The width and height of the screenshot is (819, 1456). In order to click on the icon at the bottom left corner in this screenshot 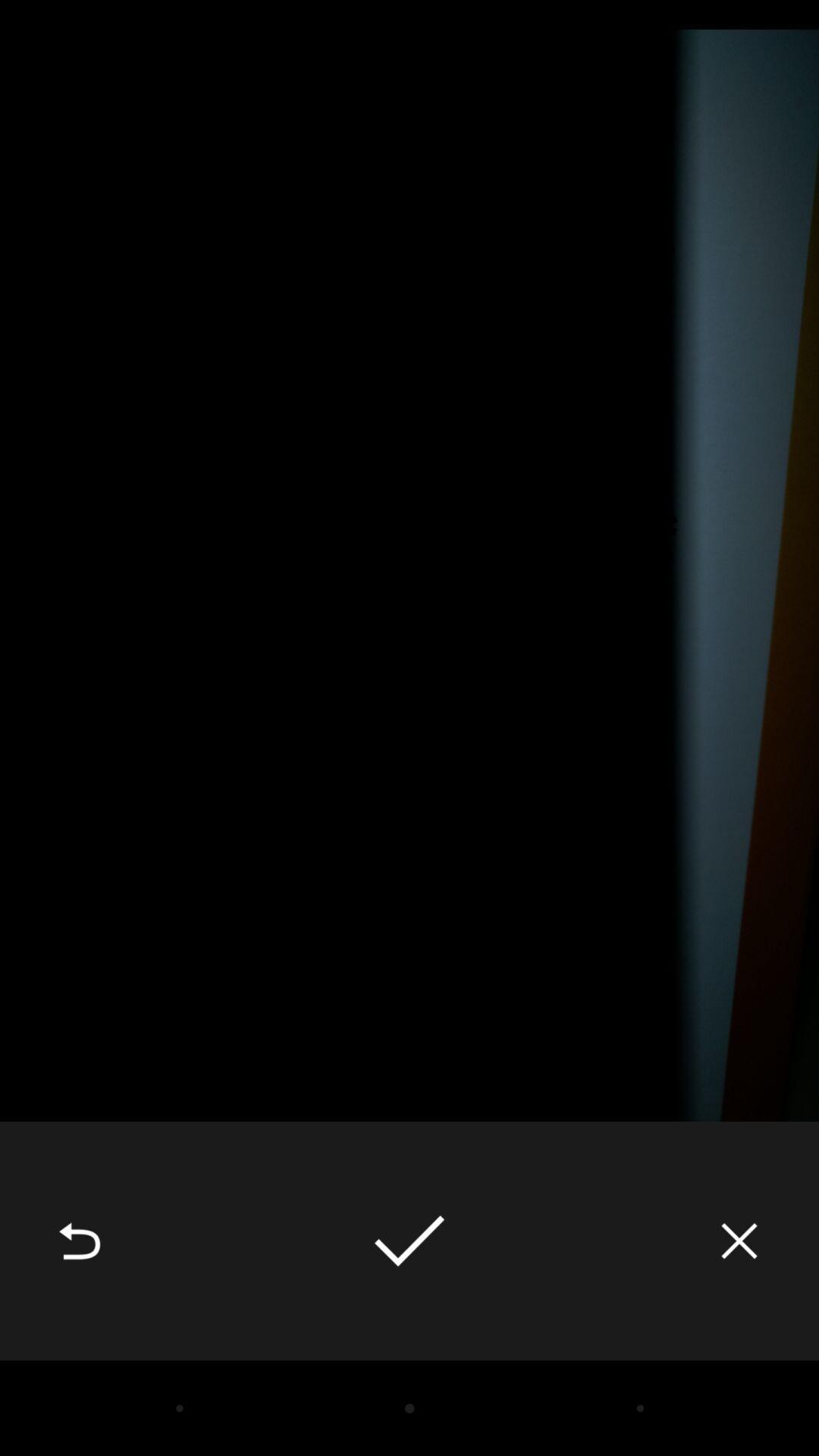, I will do `click(79, 1241)`.